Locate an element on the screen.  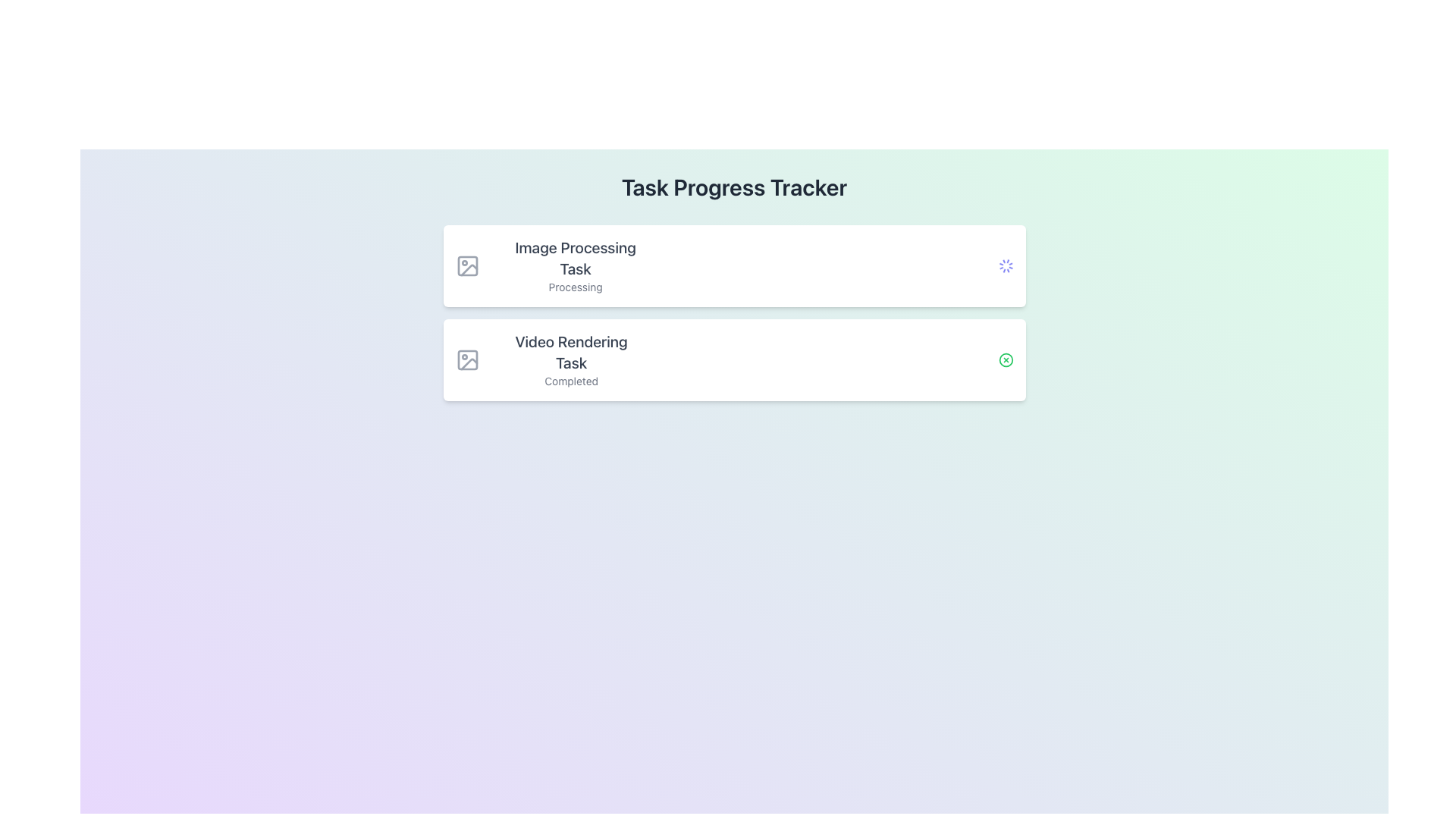
the text label displaying 'Processing' located below the title 'Image Processing Task' in the task progress tracker is located at coordinates (575, 287).